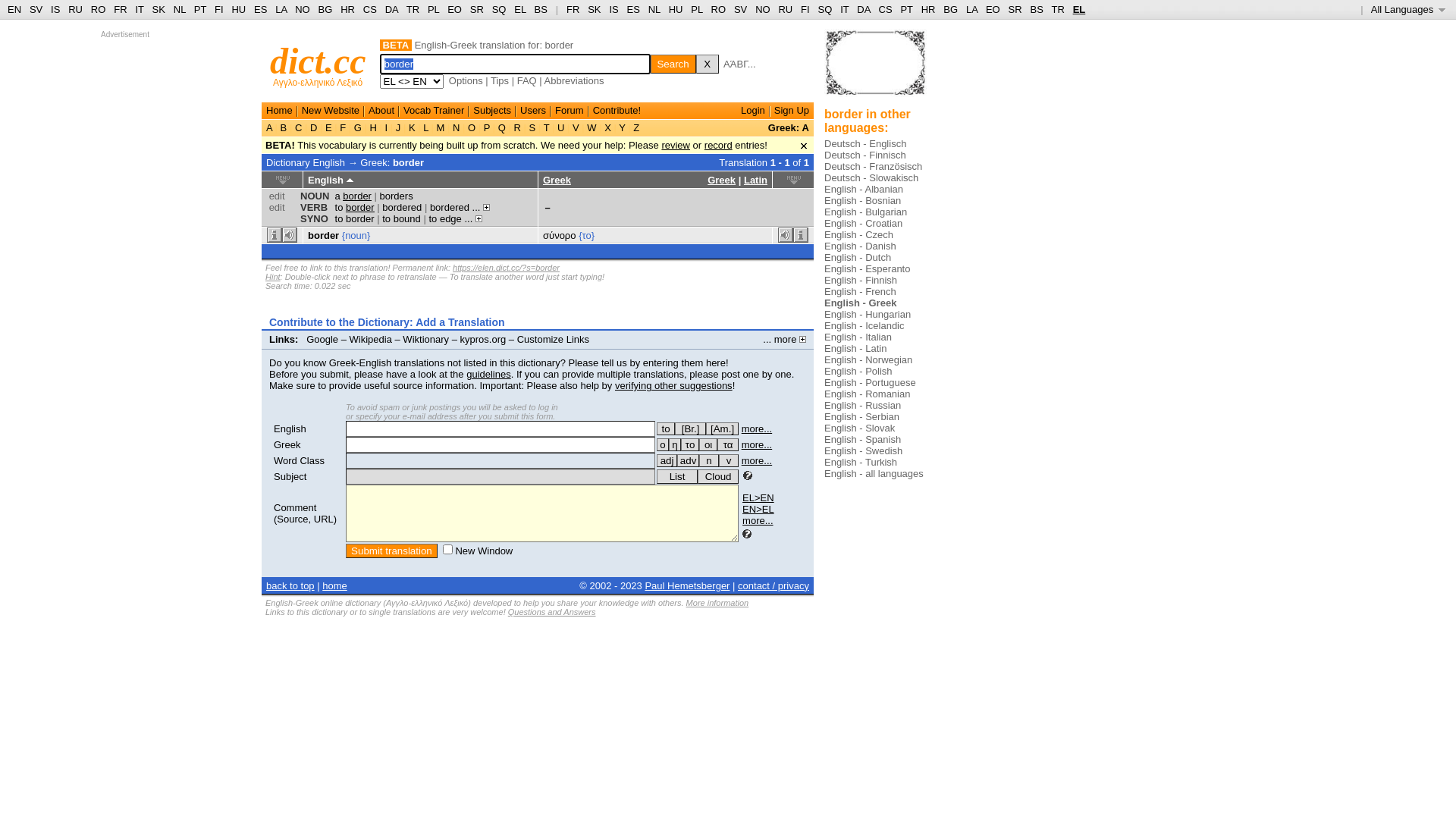 The height and width of the screenshot is (819, 1456). Describe the element at coordinates (527, 80) in the screenshot. I see `'FAQ'` at that location.